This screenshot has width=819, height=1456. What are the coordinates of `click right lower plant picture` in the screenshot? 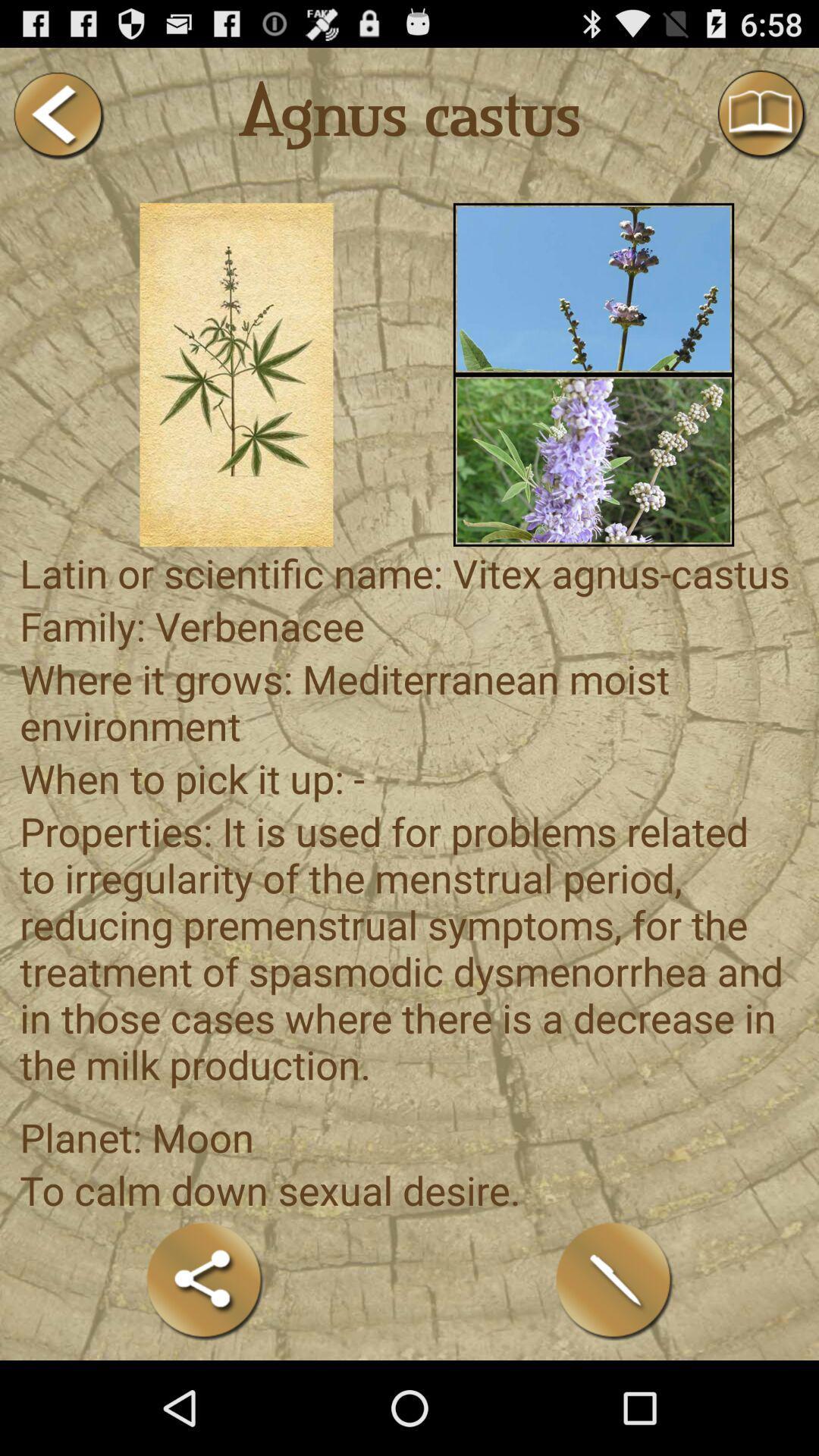 It's located at (593, 460).